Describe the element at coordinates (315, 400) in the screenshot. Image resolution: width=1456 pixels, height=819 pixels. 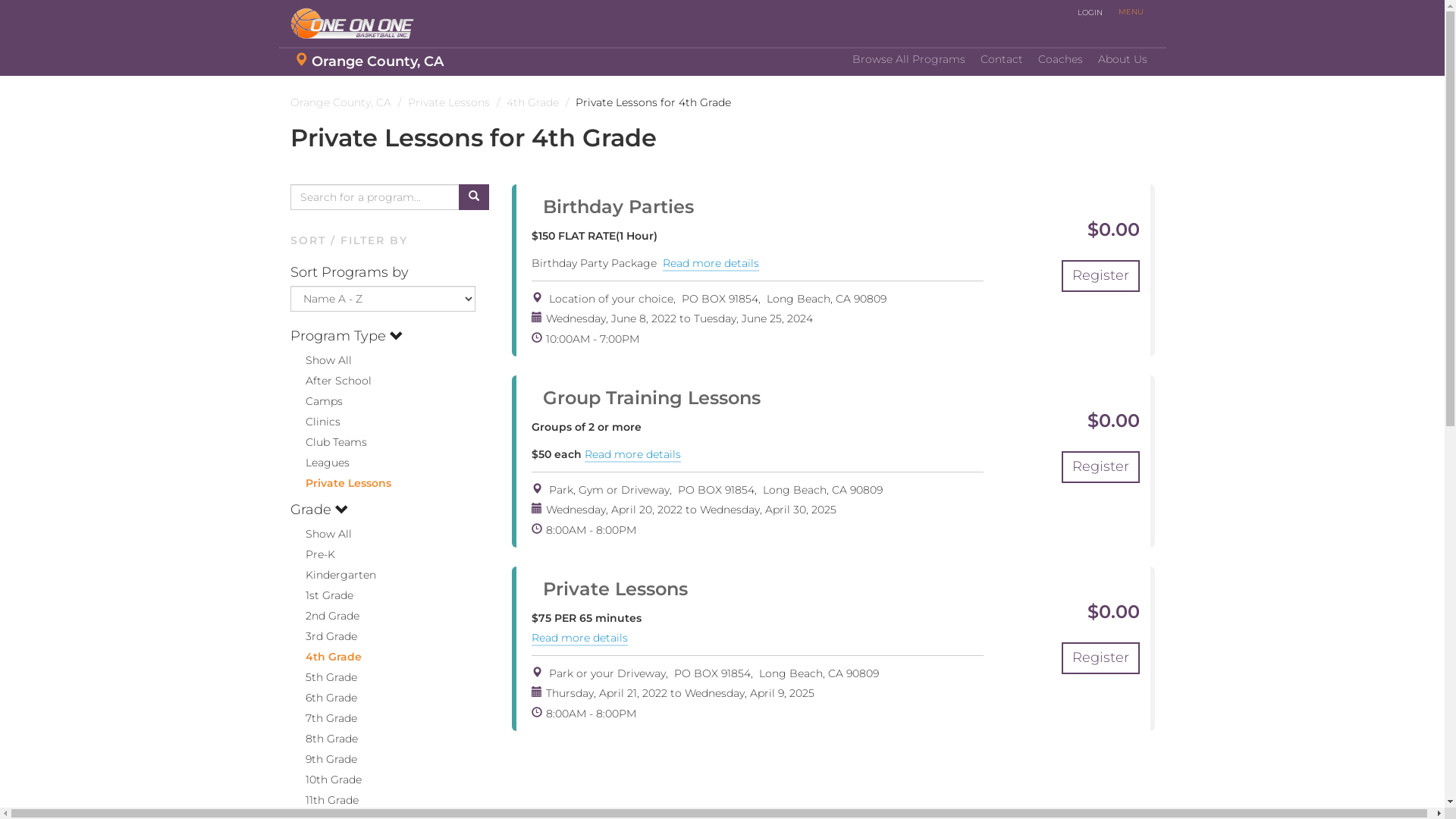
I see `'Camps'` at that location.